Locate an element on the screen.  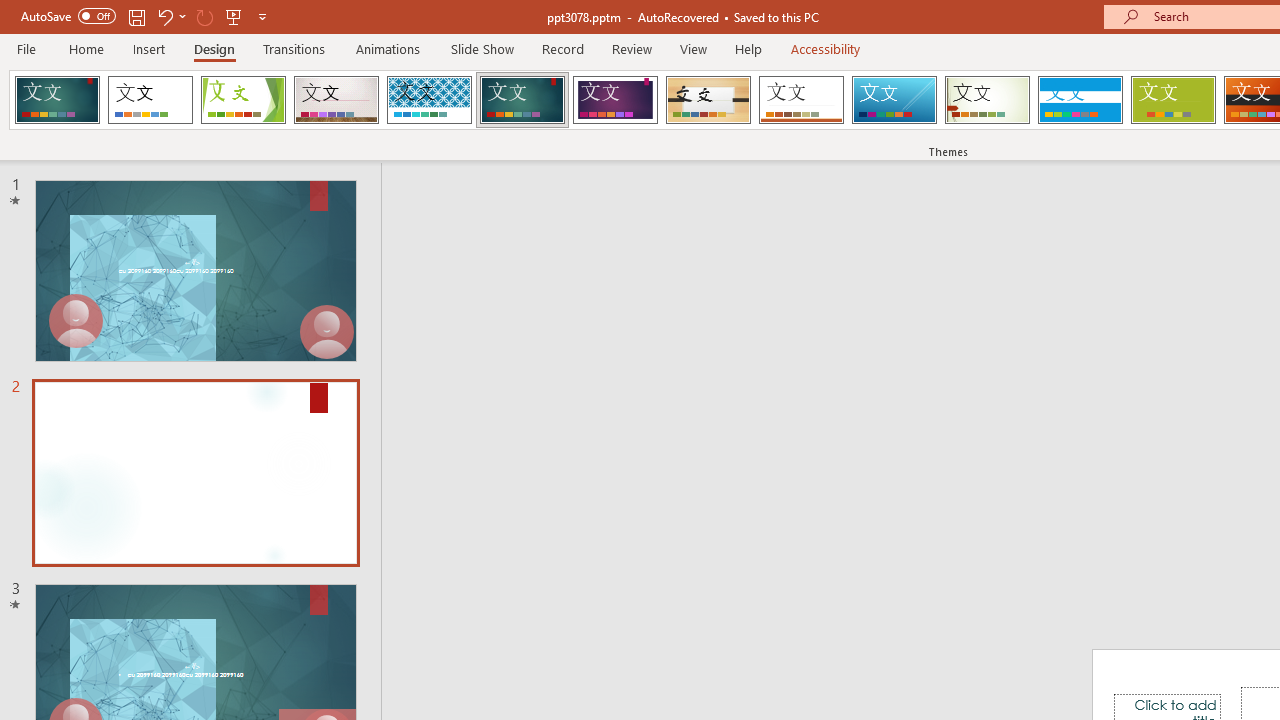
'Ion' is located at coordinates (522, 100).